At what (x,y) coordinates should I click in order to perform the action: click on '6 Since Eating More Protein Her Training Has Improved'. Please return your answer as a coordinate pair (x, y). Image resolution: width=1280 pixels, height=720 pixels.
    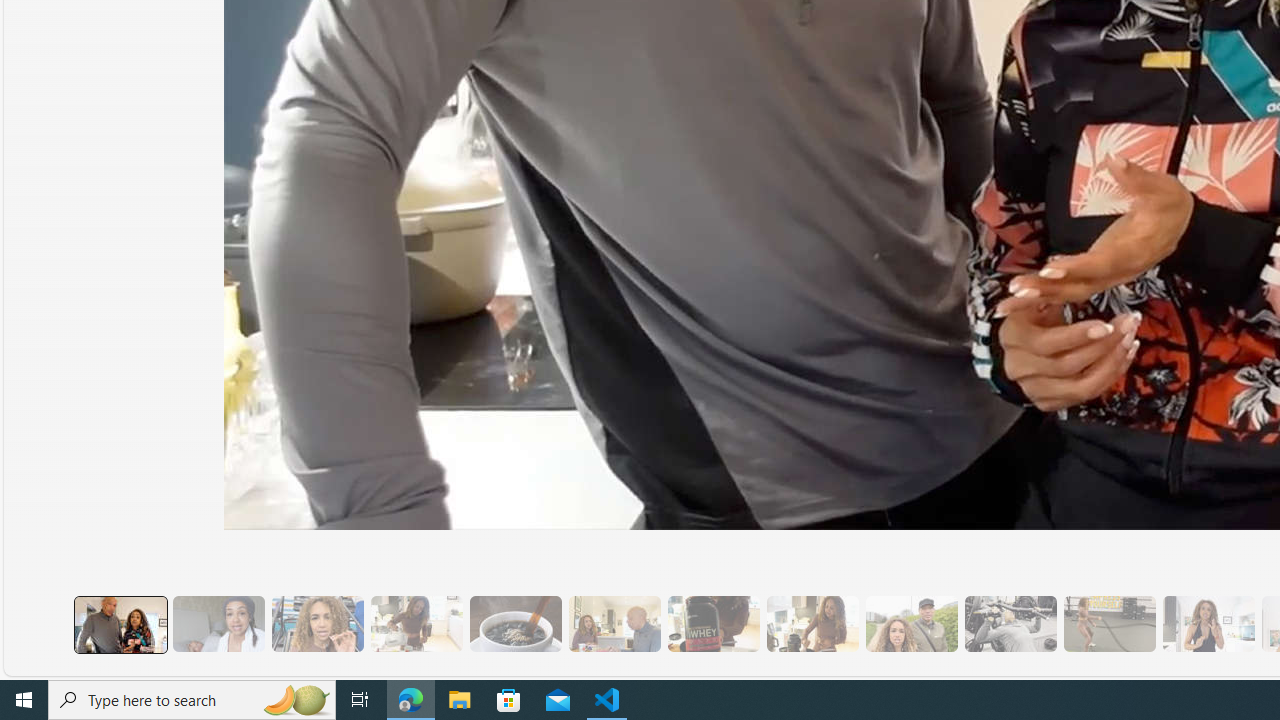
    Looking at the image, I should click on (713, 623).